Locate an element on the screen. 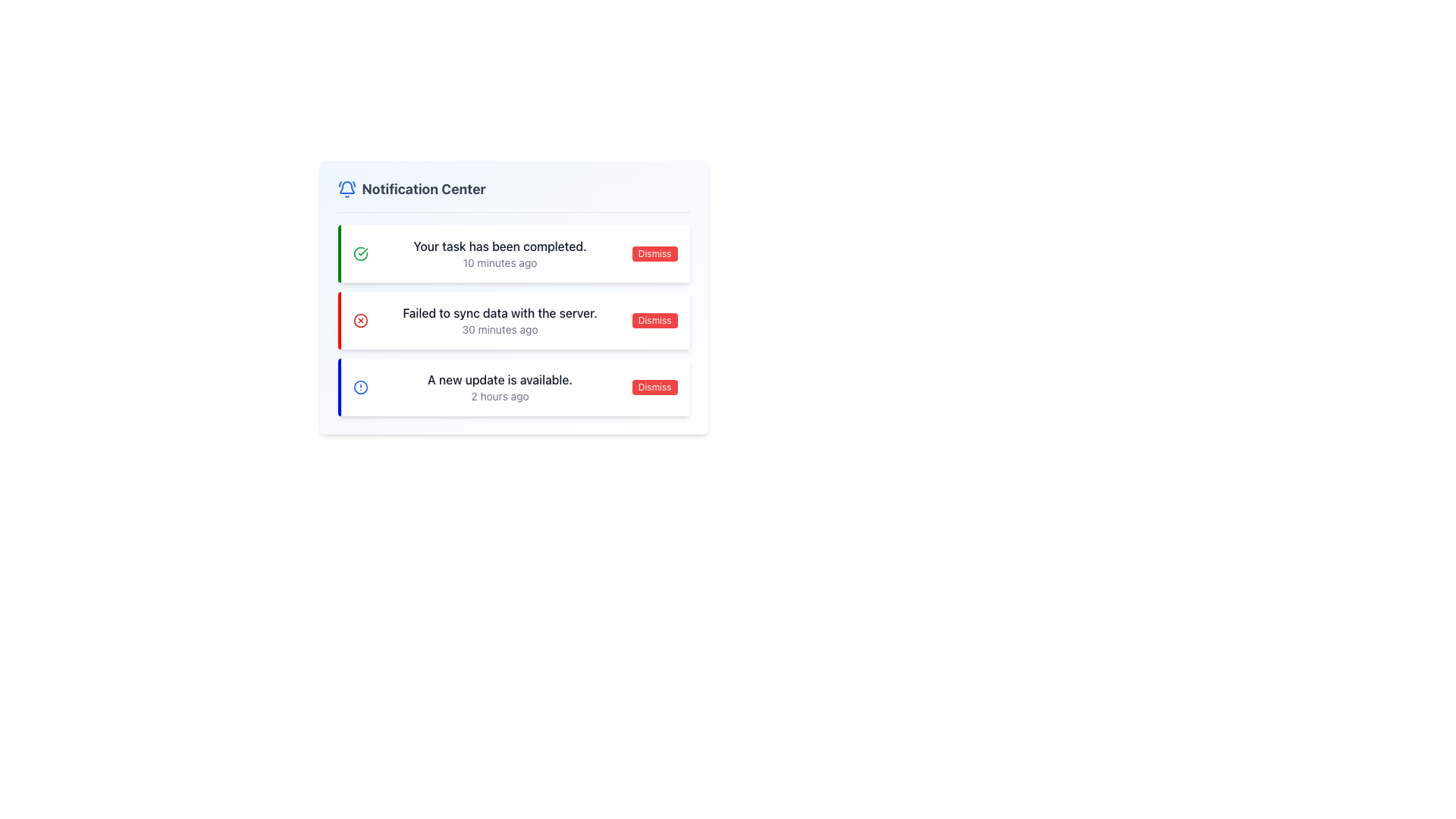  the text block displaying 'A new update is available.' with the timestamp '2 hours ago' in the third notification card of the Notification Center is located at coordinates (500, 386).